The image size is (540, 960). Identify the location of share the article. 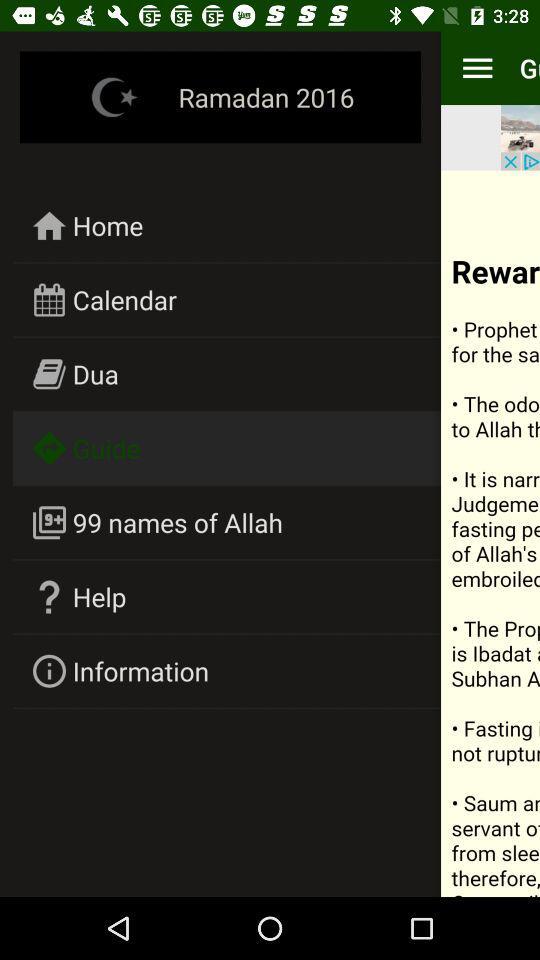
(489, 532).